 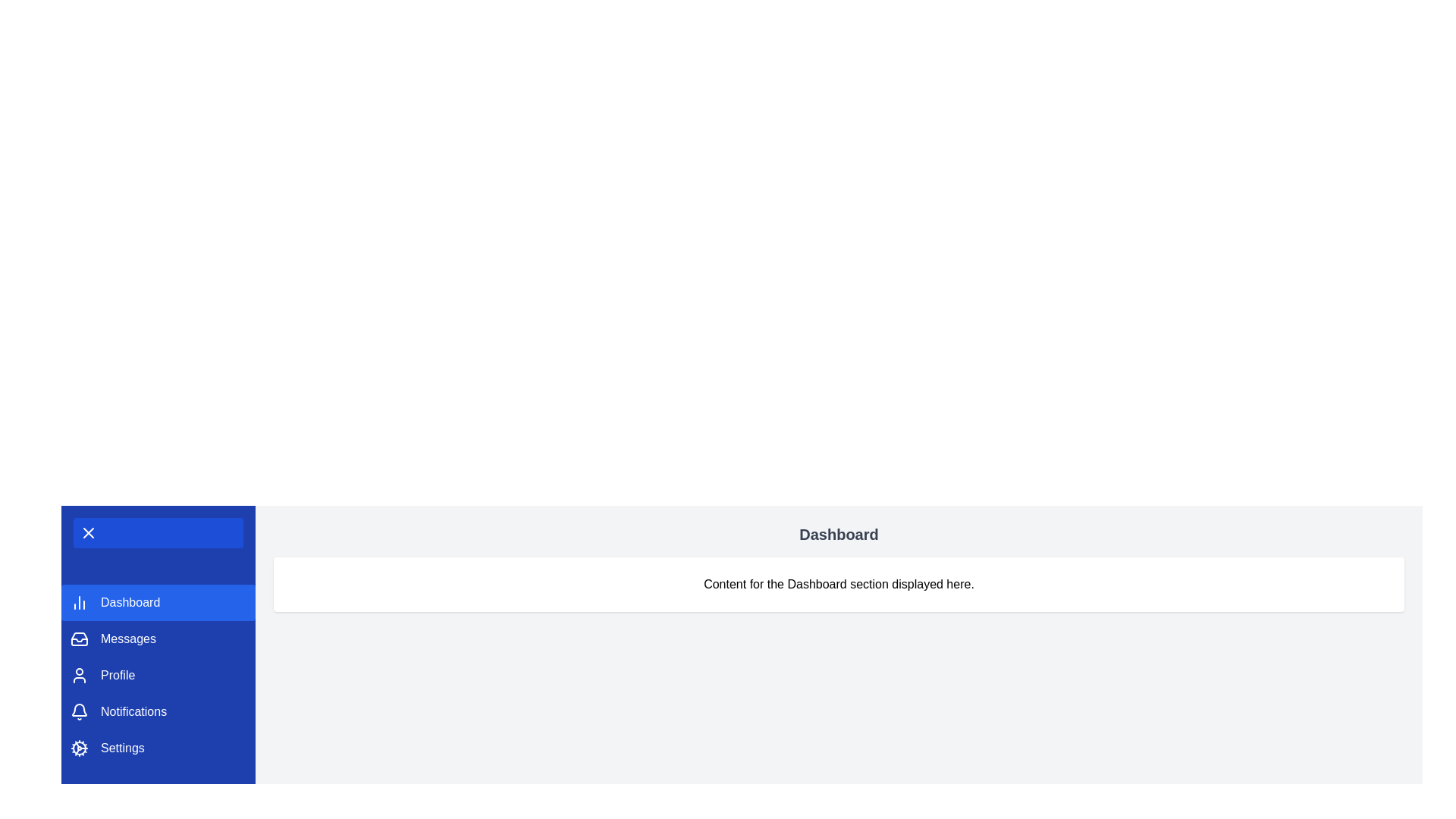 I want to click on the Close/Dismiss icon located in the top-left corner of the user interface, embedded within the sidebar area above the navigation menu, so click(x=87, y=532).